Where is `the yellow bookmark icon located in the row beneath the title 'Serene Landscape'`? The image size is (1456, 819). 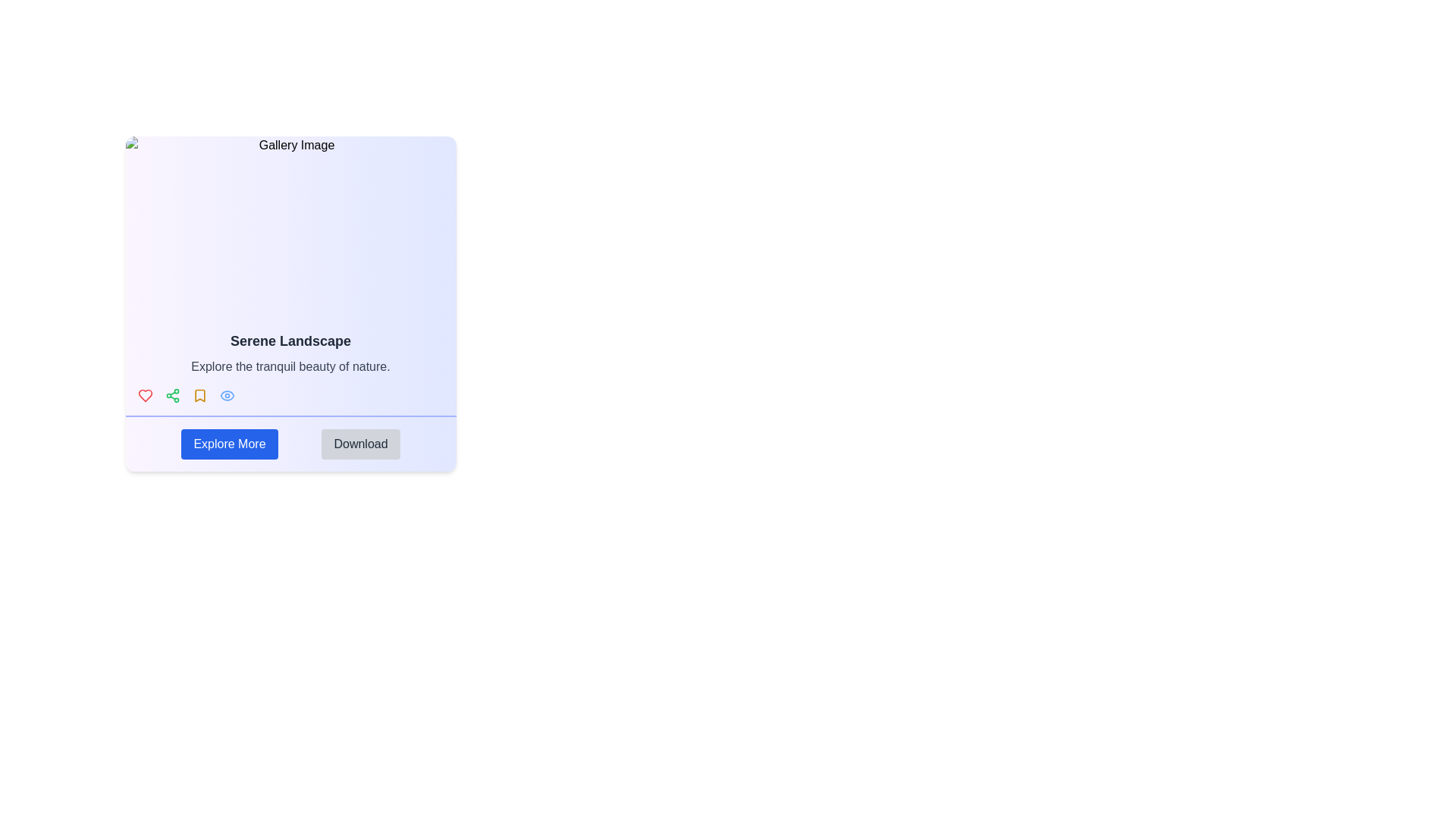
the yellow bookmark icon located in the row beneath the title 'Serene Landscape' is located at coordinates (199, 394).